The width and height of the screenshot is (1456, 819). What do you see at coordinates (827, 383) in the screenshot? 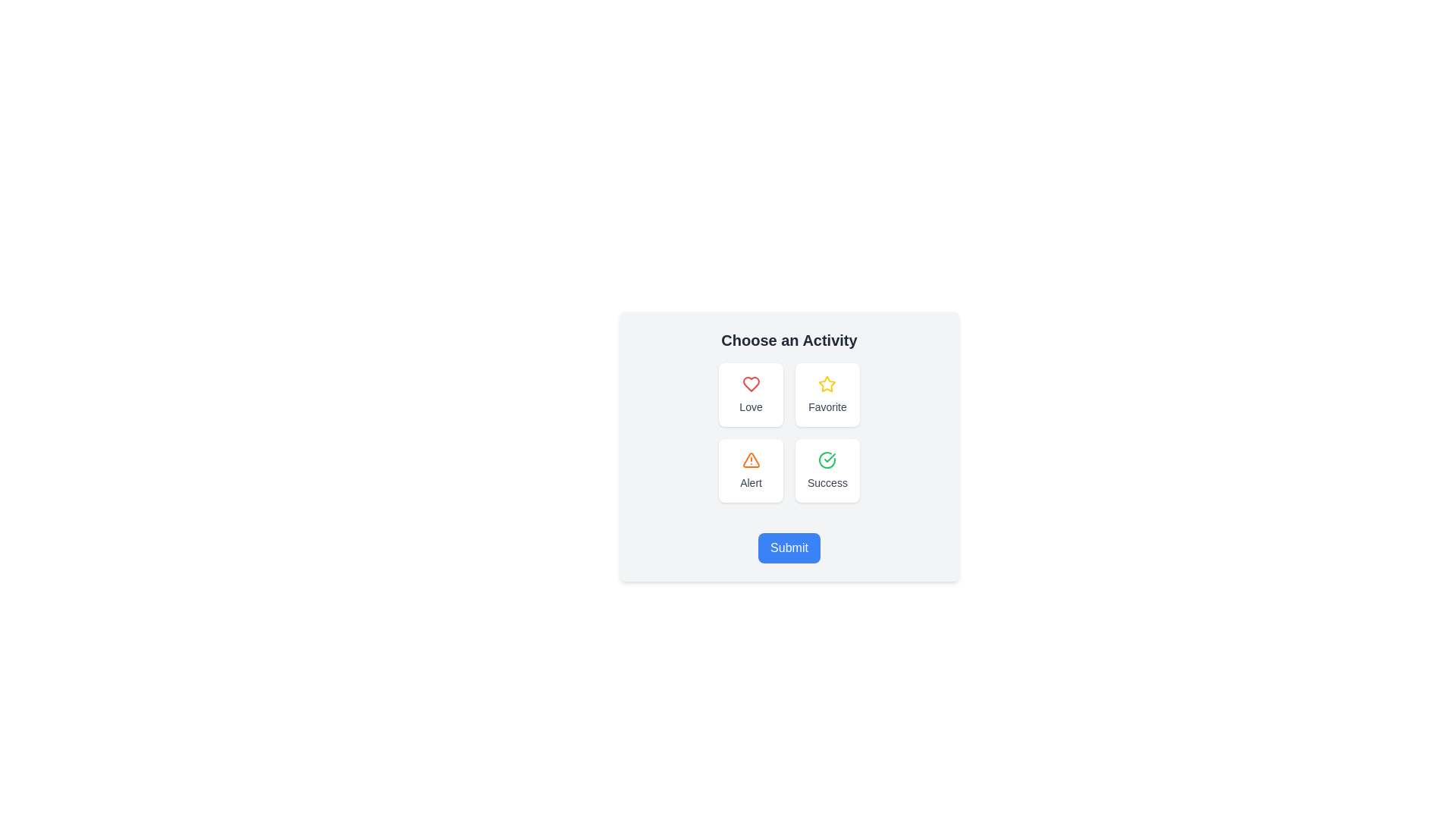
I see `the top-right 'Favorite' icon in the 2x2 grid` at bounding box center [827, 383].